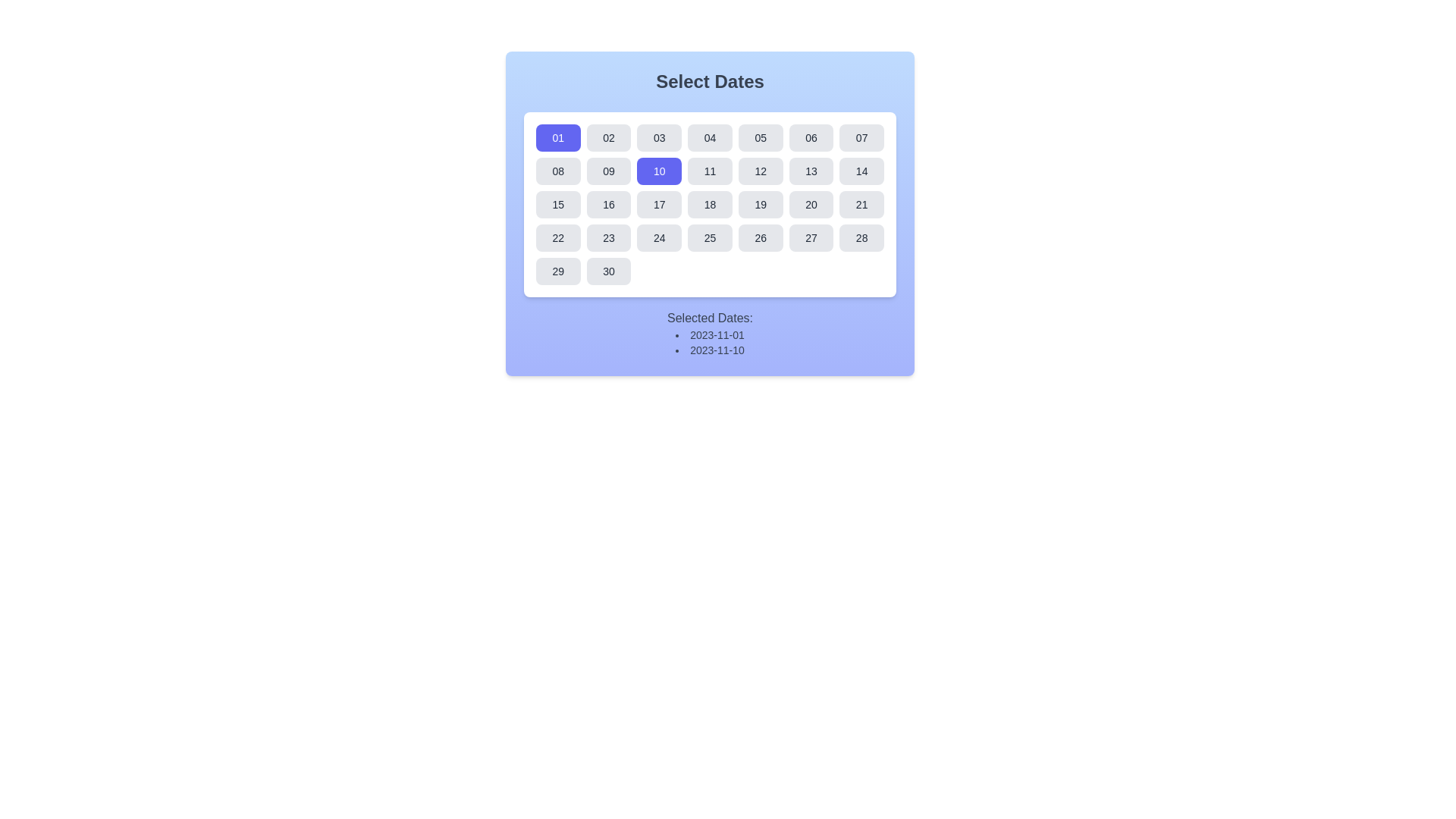 The width and height of the screenshot is (1456, 819). What do you see at coordinates (557, 171) in the screenshot?
I see `the date button representing the 8th day of the month` at bounding box center [557, 171].